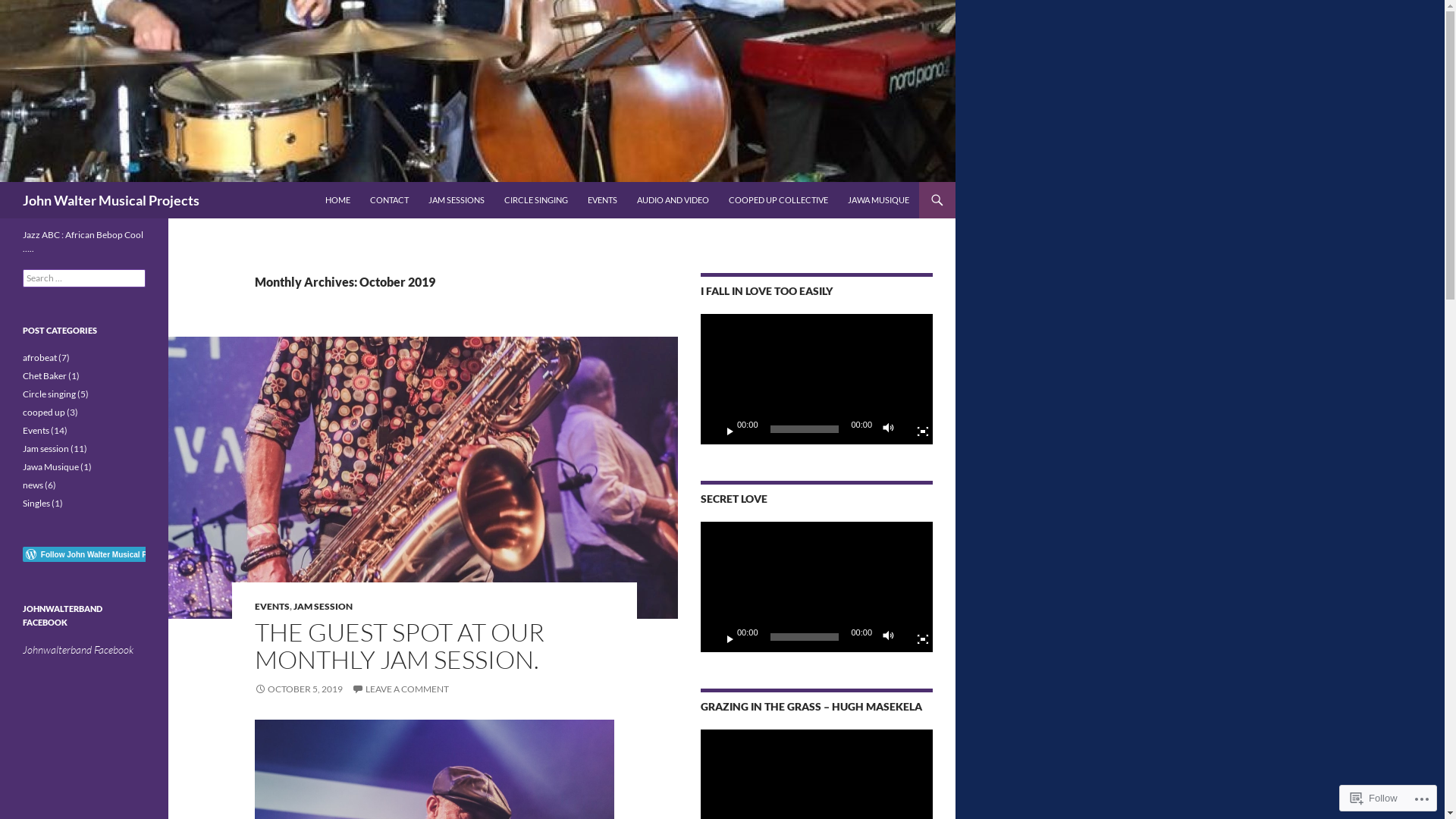 The height and width of the screenshot is (819, 1456). I want to click on 'Play', so click(712, 429).